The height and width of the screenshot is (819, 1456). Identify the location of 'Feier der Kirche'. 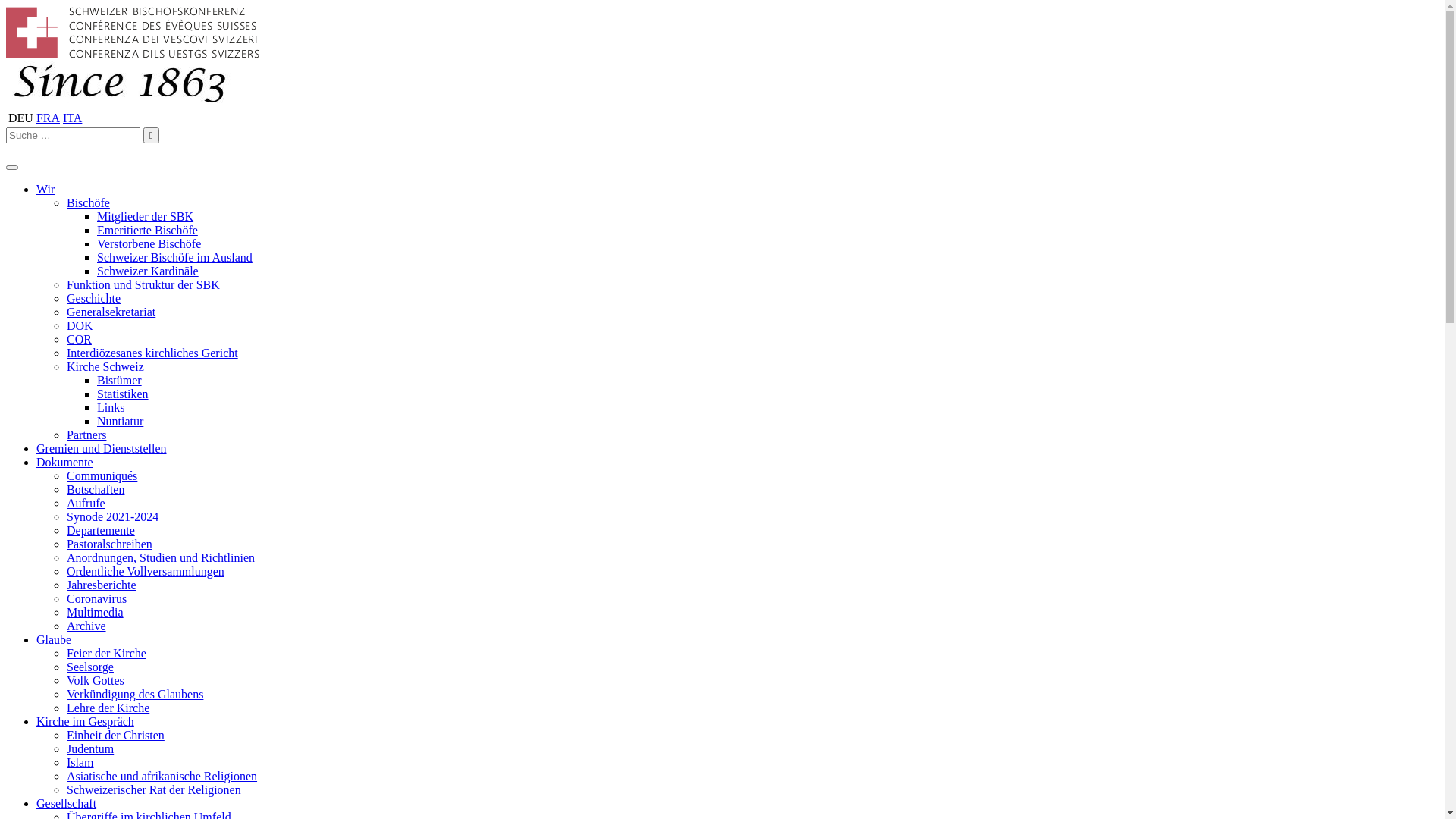
(105, 652).